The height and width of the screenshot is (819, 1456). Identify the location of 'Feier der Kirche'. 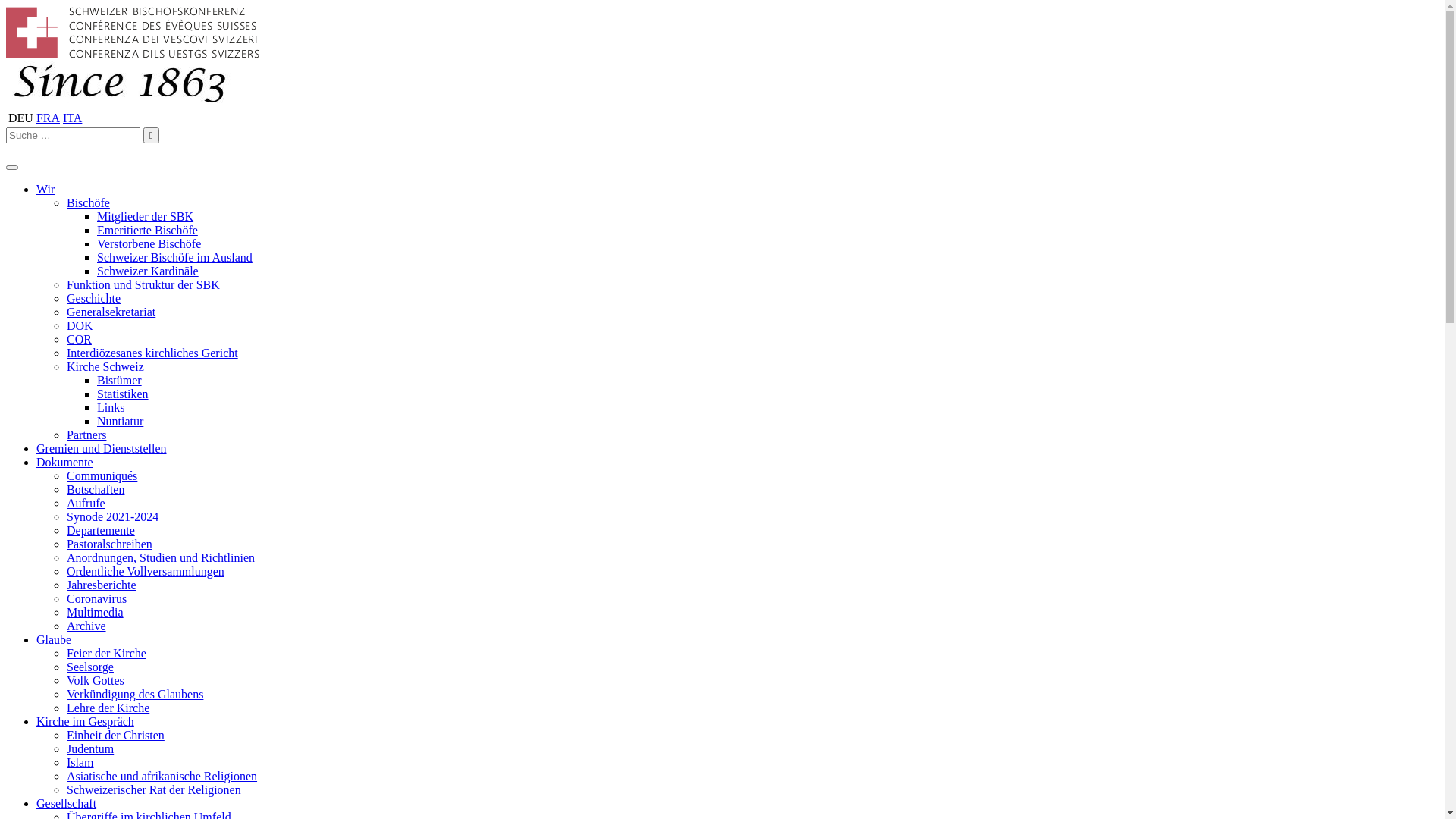
(105, 652).